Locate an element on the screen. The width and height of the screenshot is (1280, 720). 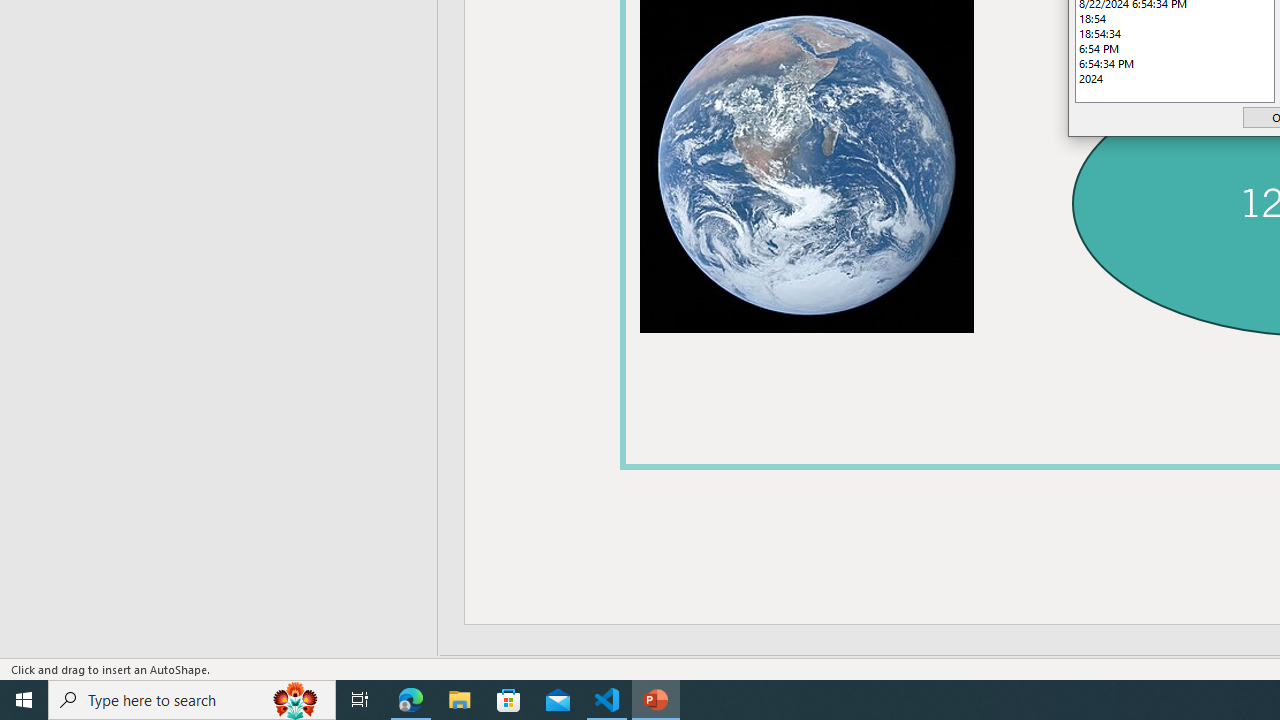
'18:54:34' is located at coordinates (1175, 33).